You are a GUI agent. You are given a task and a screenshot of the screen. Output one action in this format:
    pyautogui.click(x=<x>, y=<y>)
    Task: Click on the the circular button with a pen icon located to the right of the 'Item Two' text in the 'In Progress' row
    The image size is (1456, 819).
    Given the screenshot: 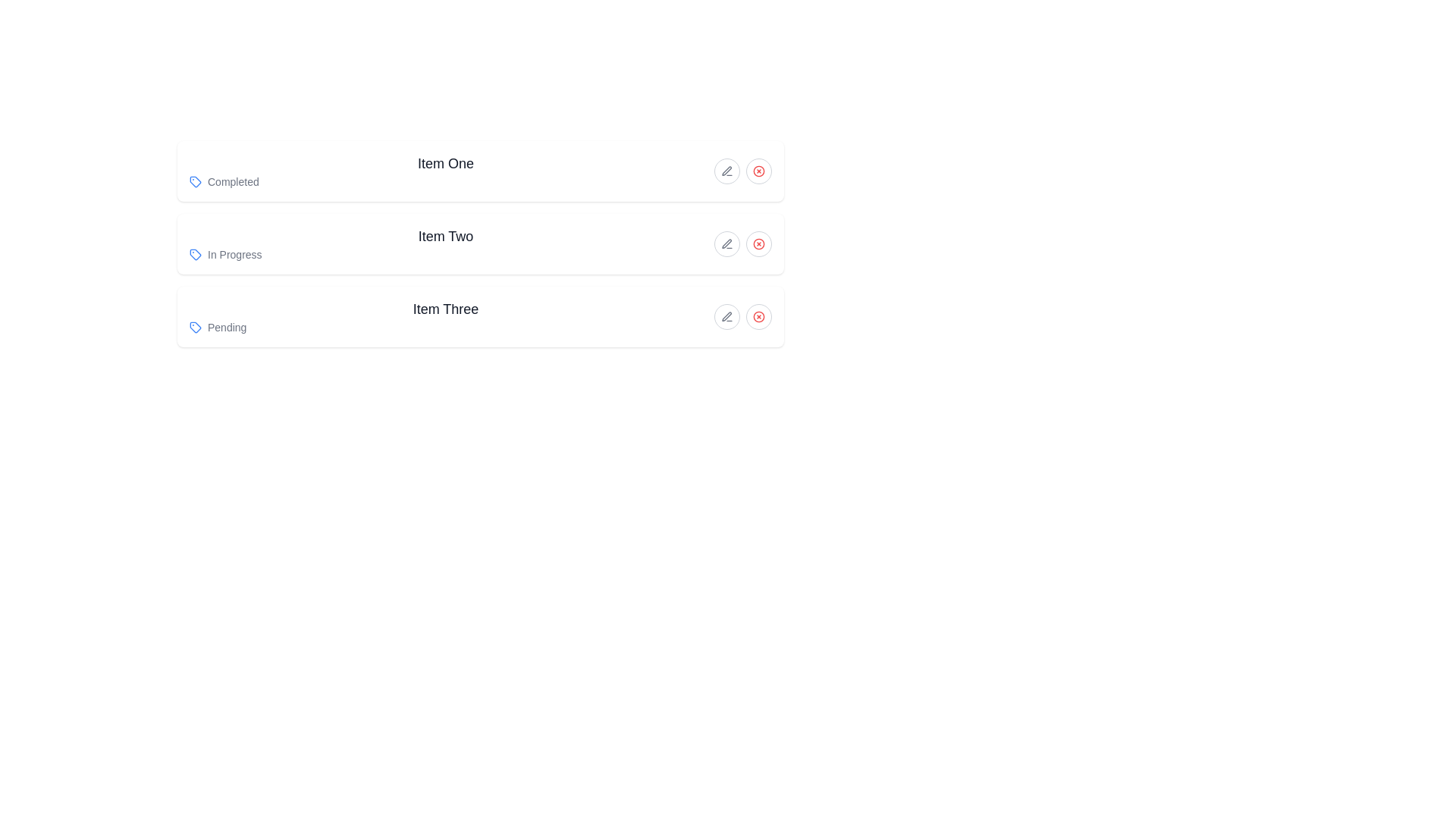 What is the action you would take?
    pyautogui.click(x=726, y=243)
    